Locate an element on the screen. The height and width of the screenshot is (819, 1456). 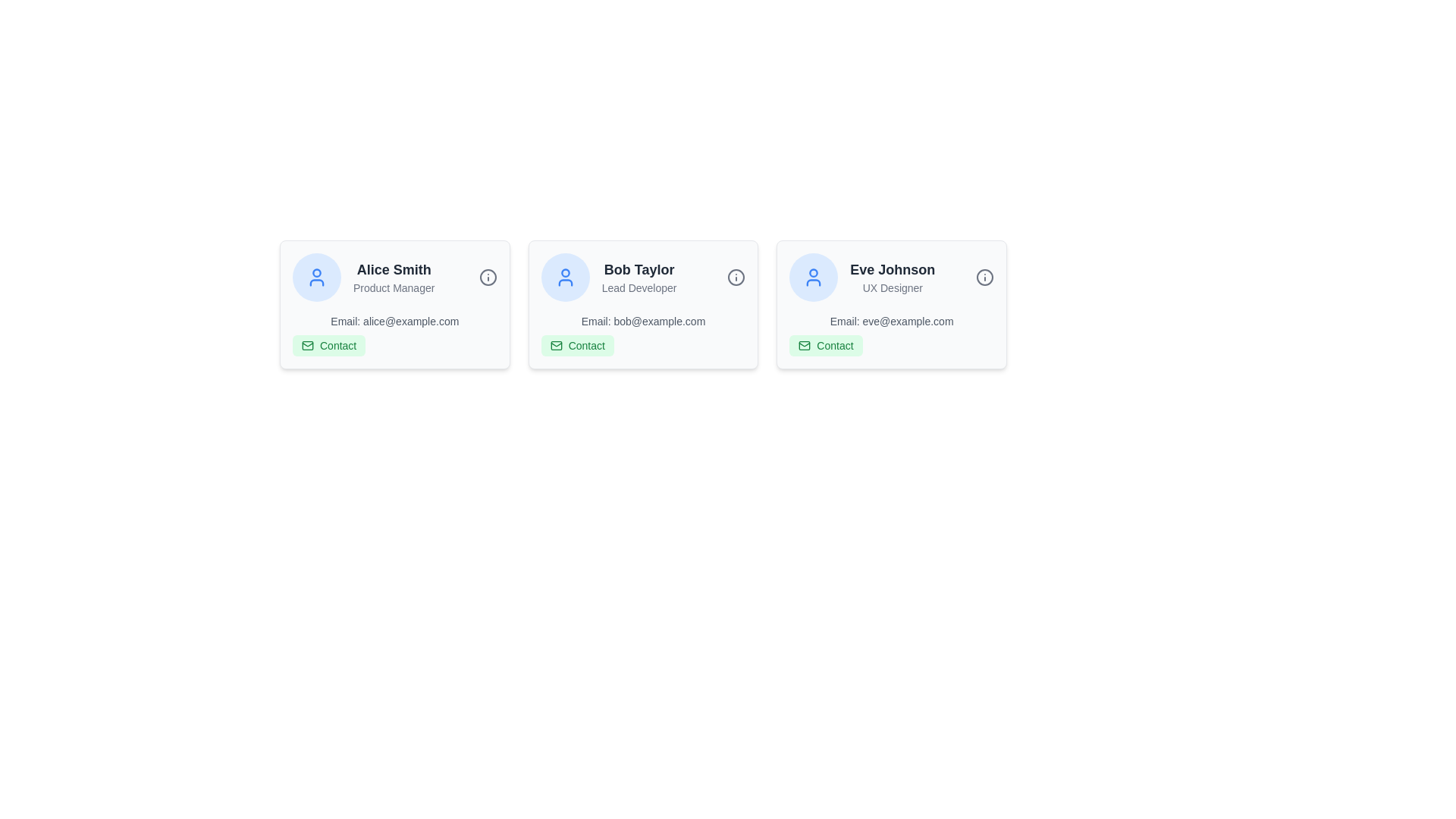
the circular user profile icon with a thin blue outline and white background, located in the second card under the name 'Bob Taylor' is located at coordinates (564, 278).